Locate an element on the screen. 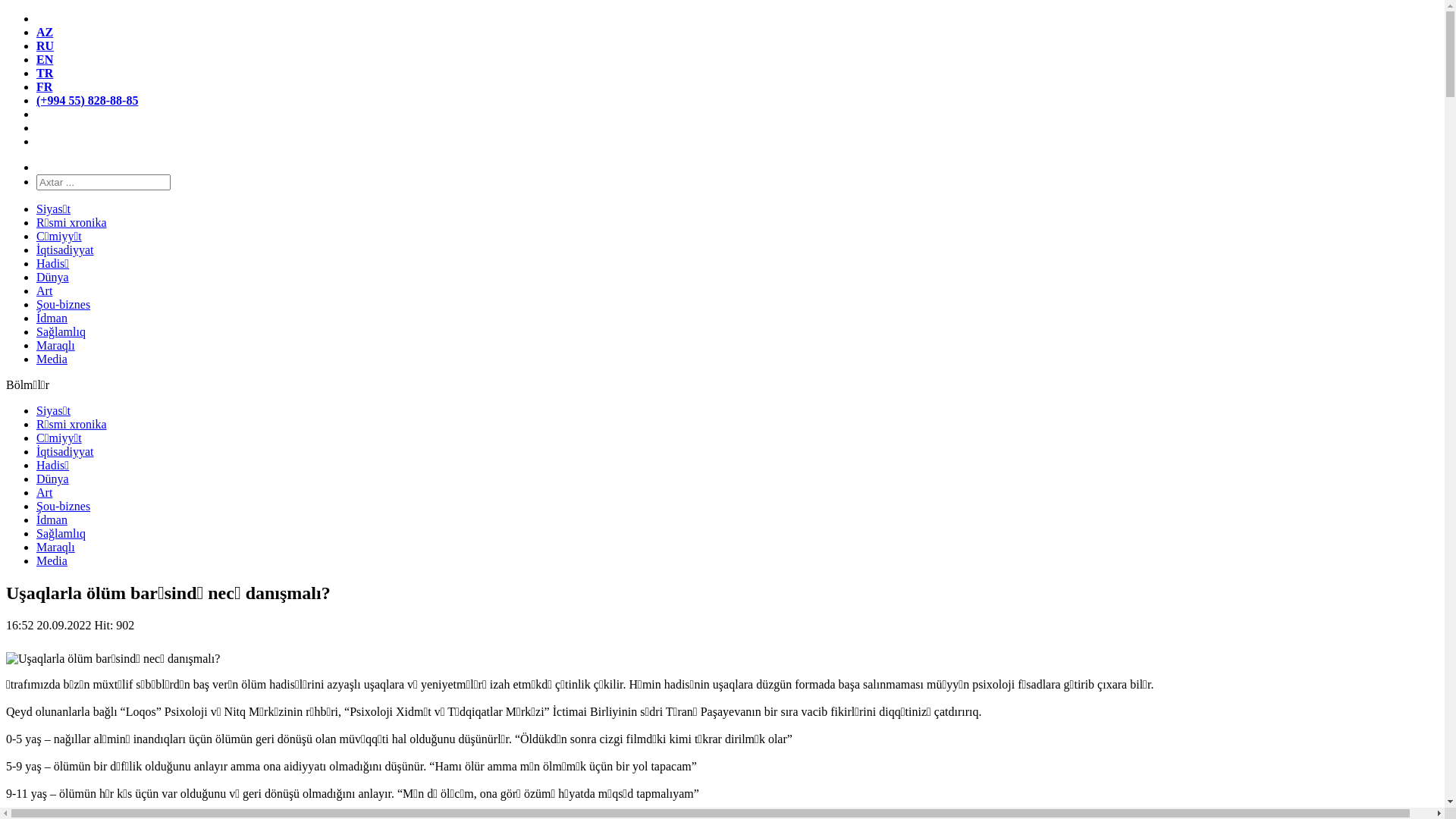 Image resolution: width=1456 pixels, height=819 pixels. 'TR' is located at coordinates (44, 73).